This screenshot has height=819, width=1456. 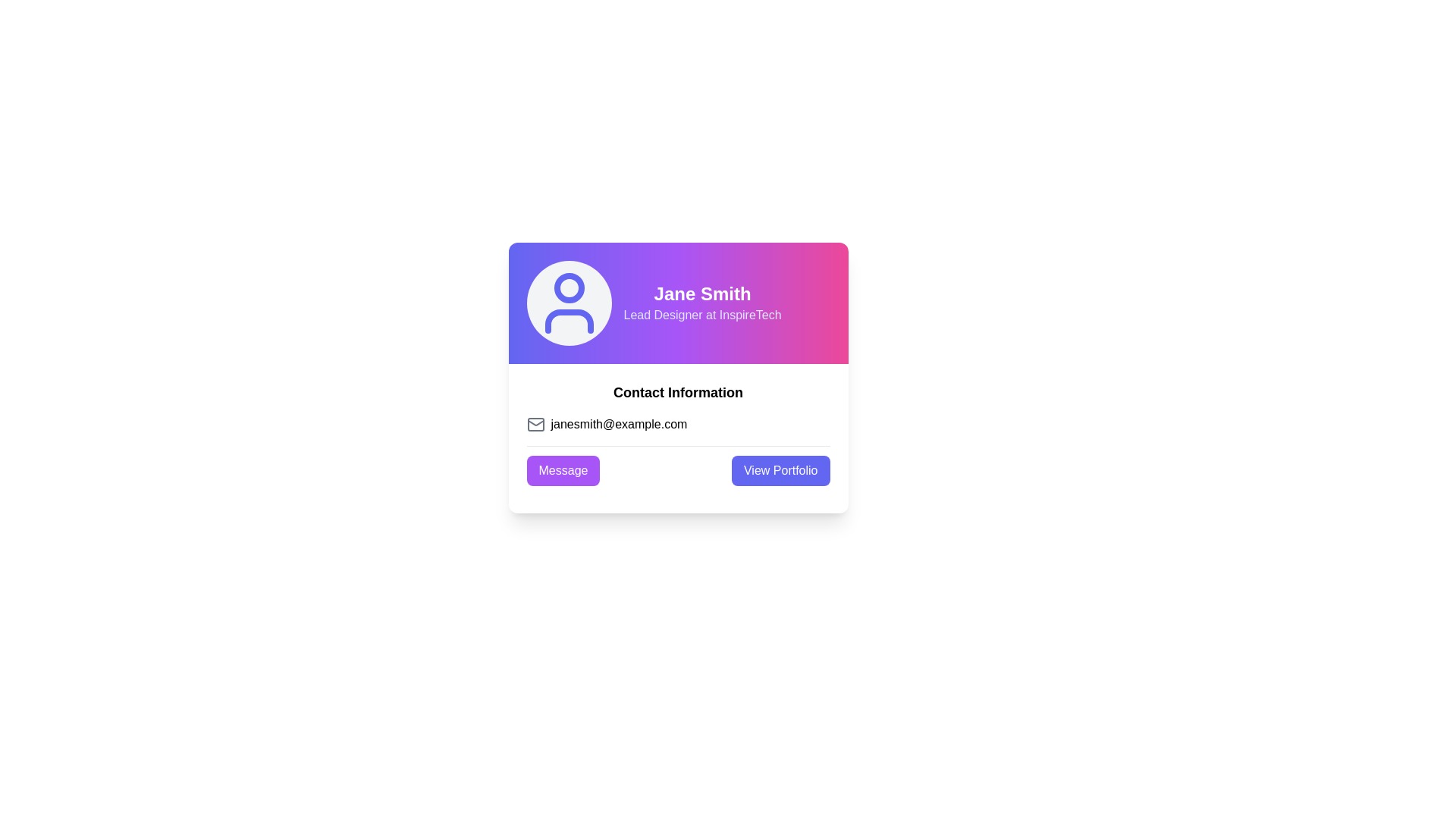 What do you see at coordinates (780, 470) in the screenshot?
I see `the 'View Portfolio' button with a solid indigo background and white text` at bounding box center [780, 470].